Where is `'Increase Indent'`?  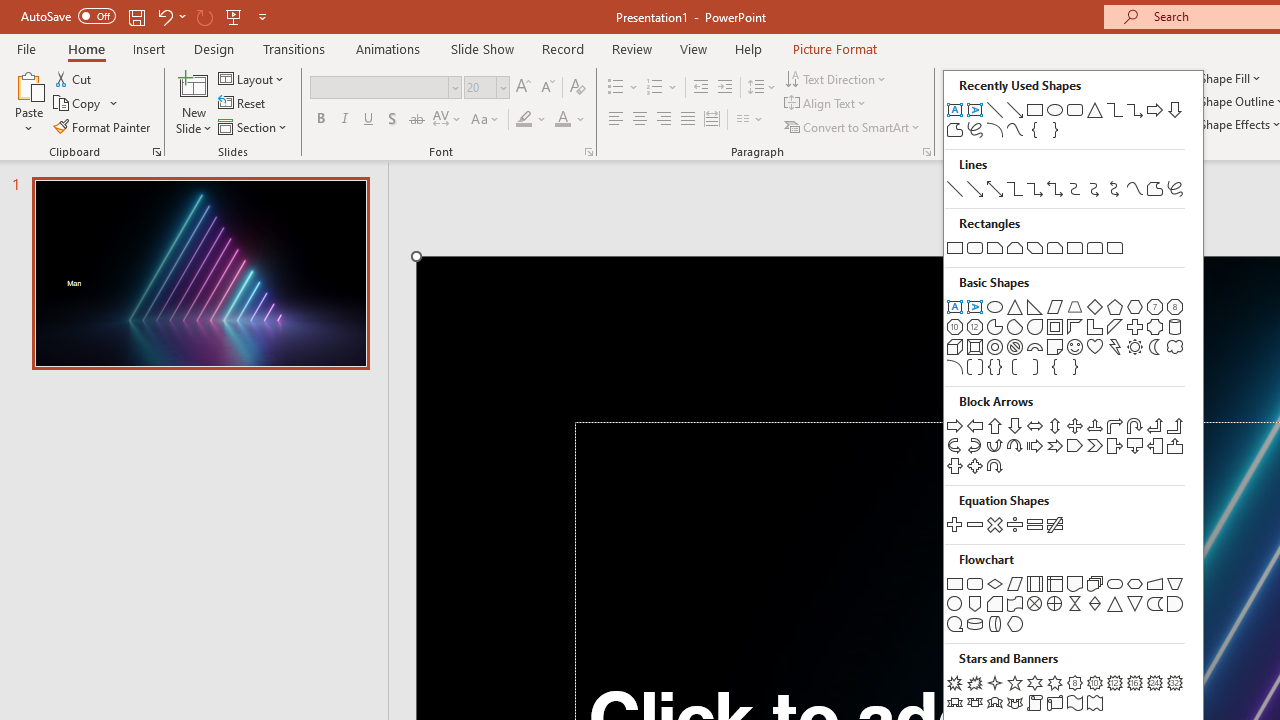 'Increase Indent' is located at coordinates (724, 86).